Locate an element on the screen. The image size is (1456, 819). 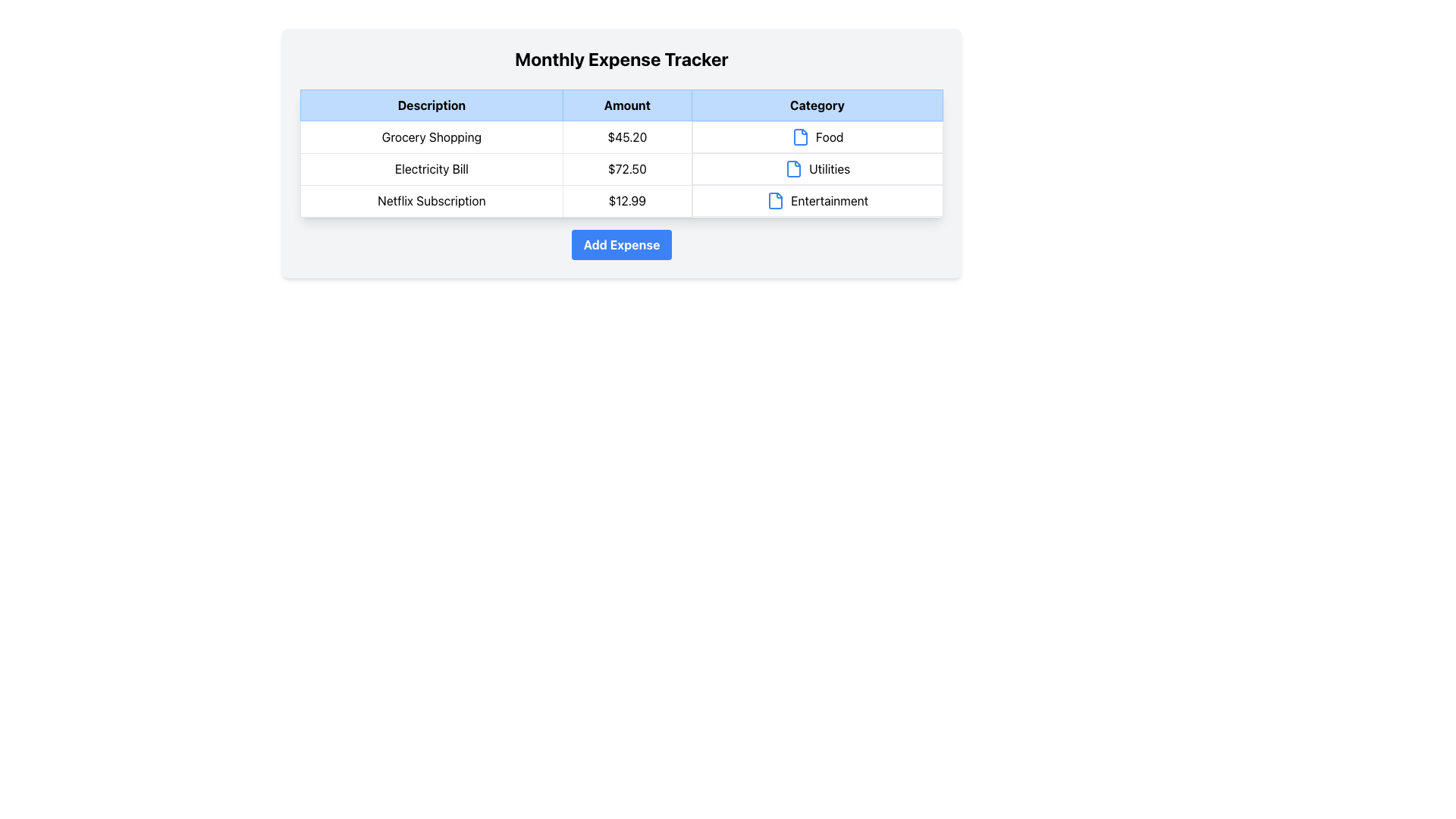
the icon representing the 'Entertainment' category for the 'Netflix Subscription' listing located in the third row of the 'Category' column is located at coordinates (776, 200).